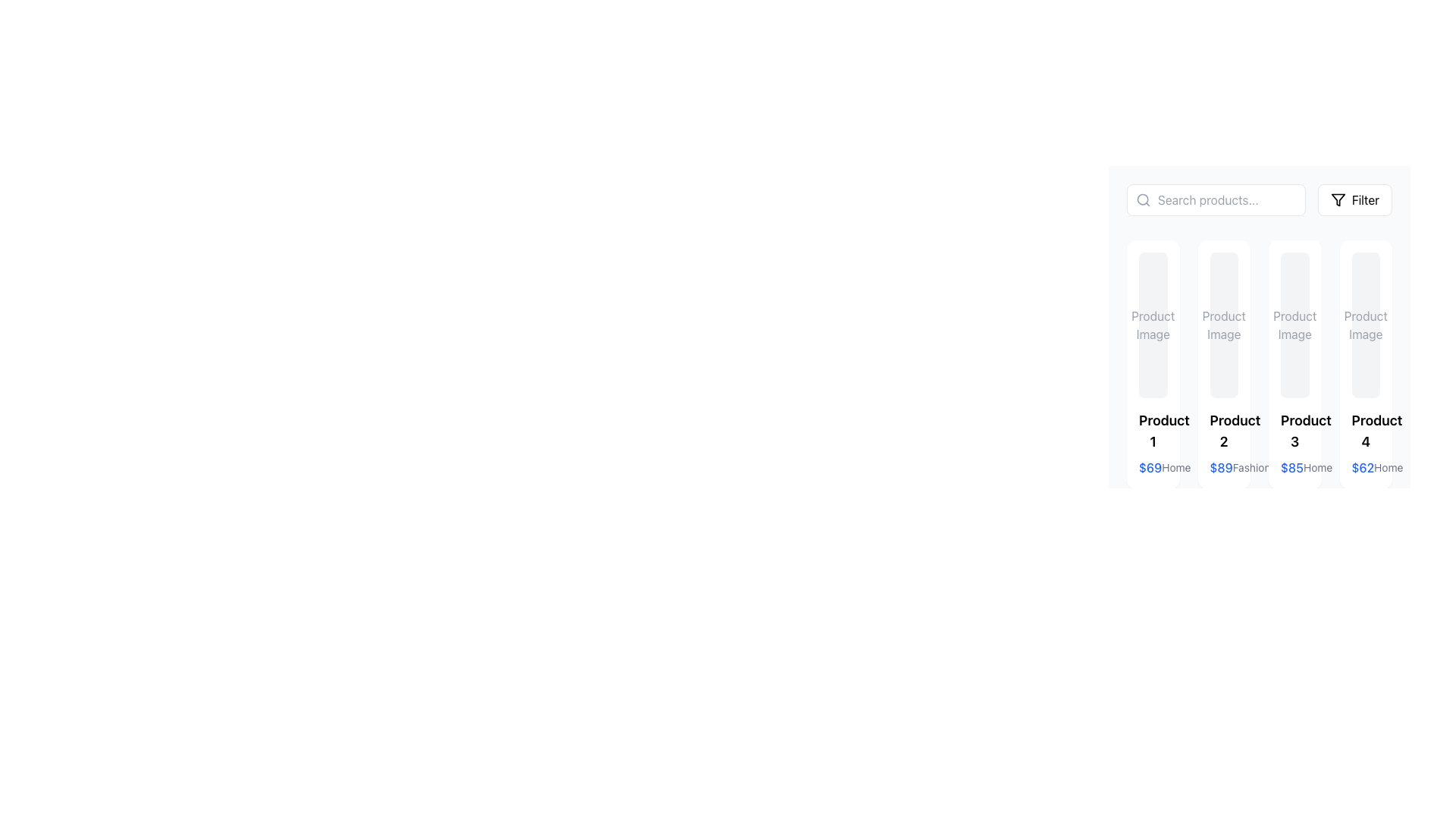 This screenshot has height=819, width=1456. I want to click on the price label displaying '$85', which is positioned beneath the 'Product 3' title and to the left of the 'Home' label in the third product card, so click(1291, 467).